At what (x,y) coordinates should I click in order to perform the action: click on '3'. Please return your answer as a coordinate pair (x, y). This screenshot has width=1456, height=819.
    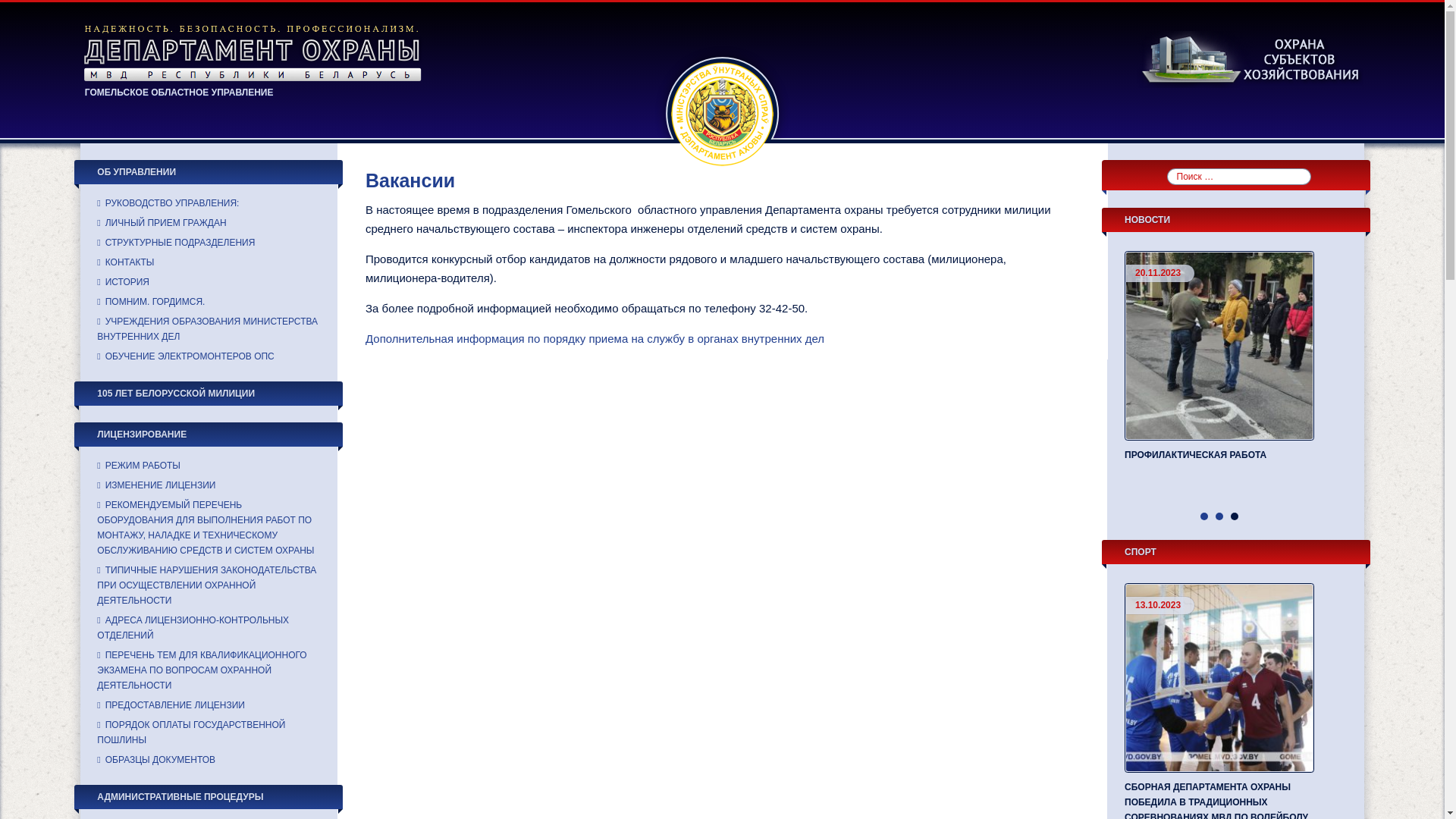
    Looking at the image, I should click on (1234, 516).